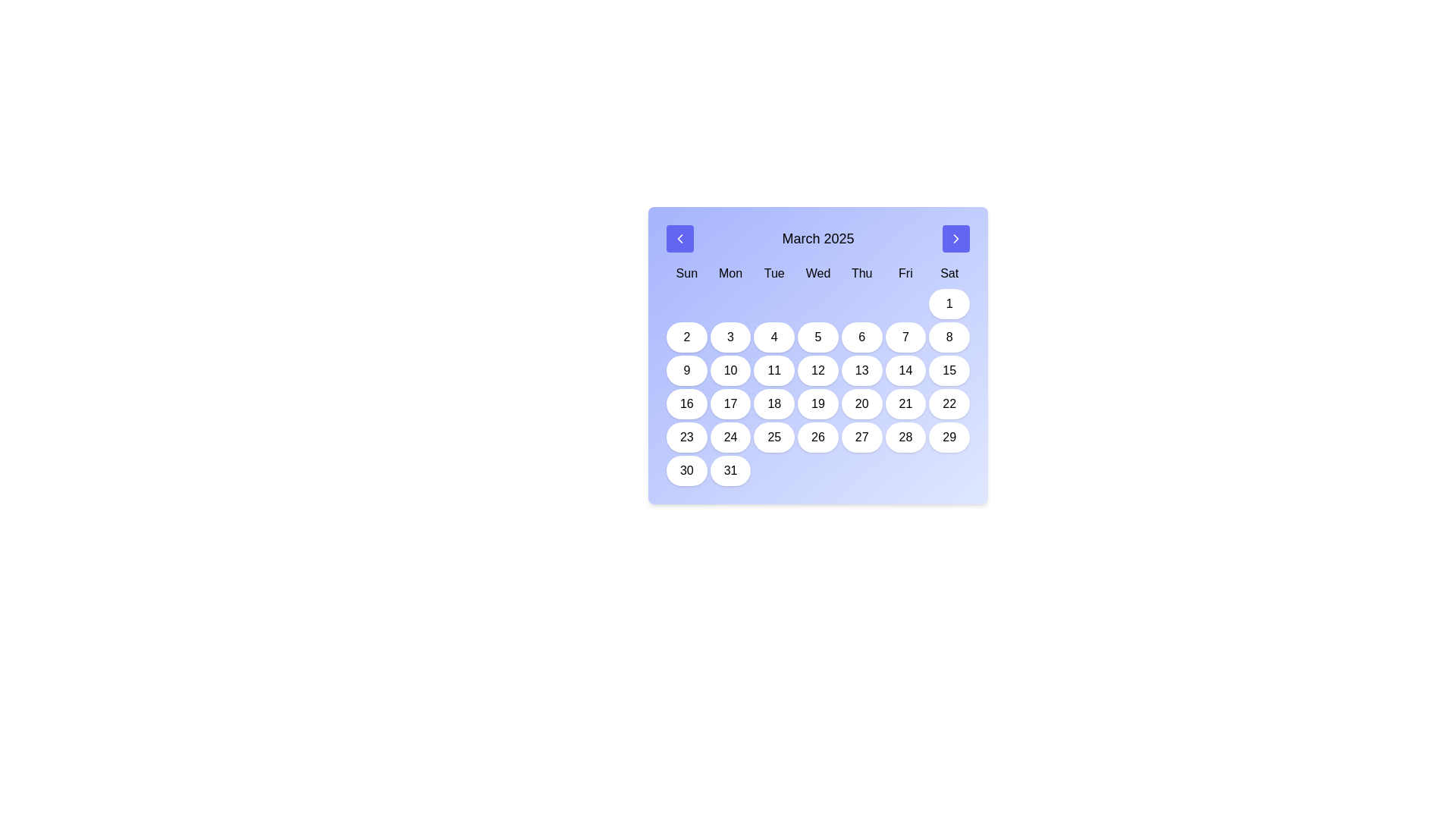 The height and width of the screenshot is (819, 1456). Describe the element at coordinates (817, 386) in the screenshot. I see `to interact with the highlighted grid layout representing the days of the month in the calendar format` at that location.